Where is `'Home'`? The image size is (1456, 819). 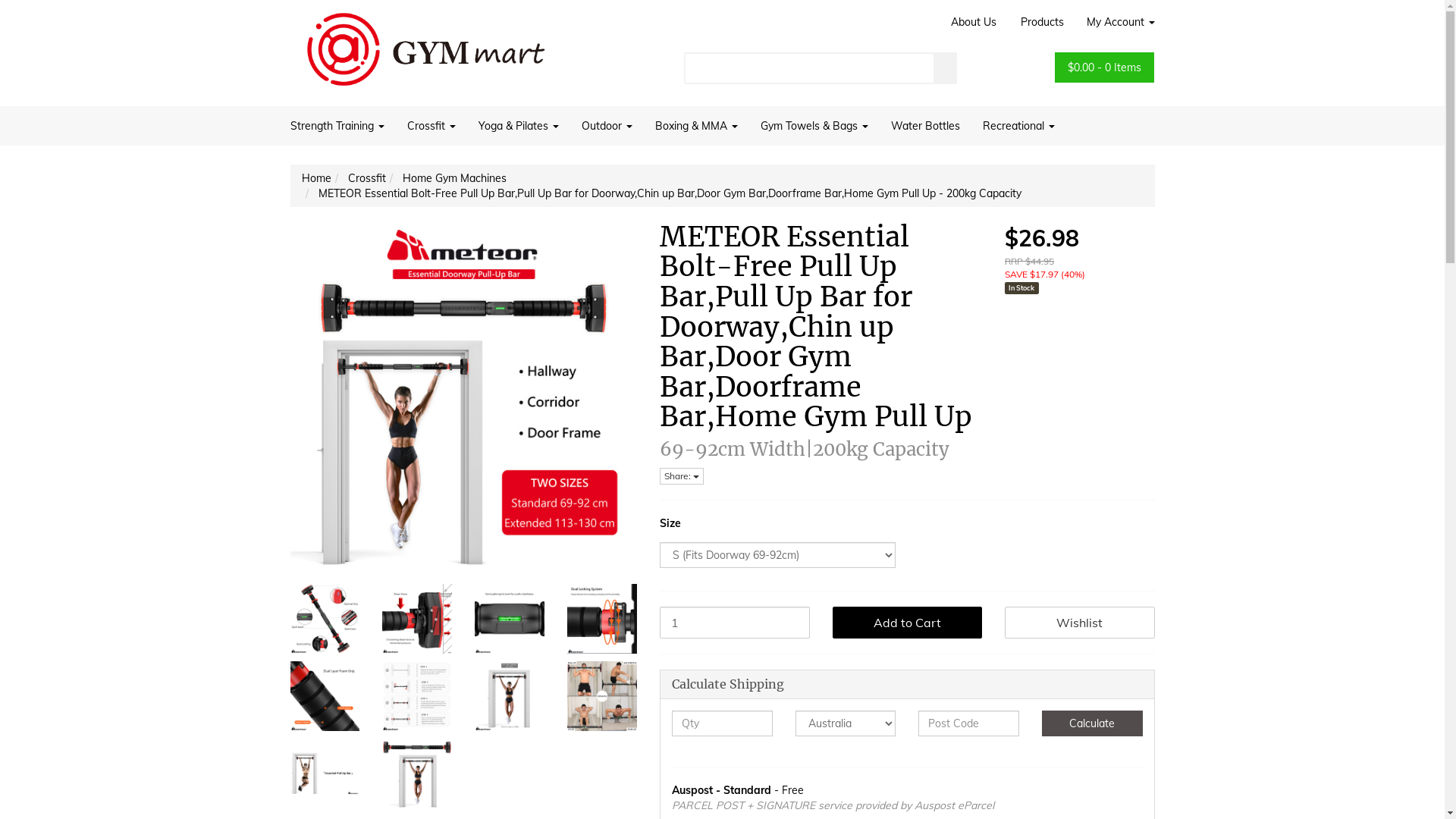 'Home' is located at coordinates (302, 177).